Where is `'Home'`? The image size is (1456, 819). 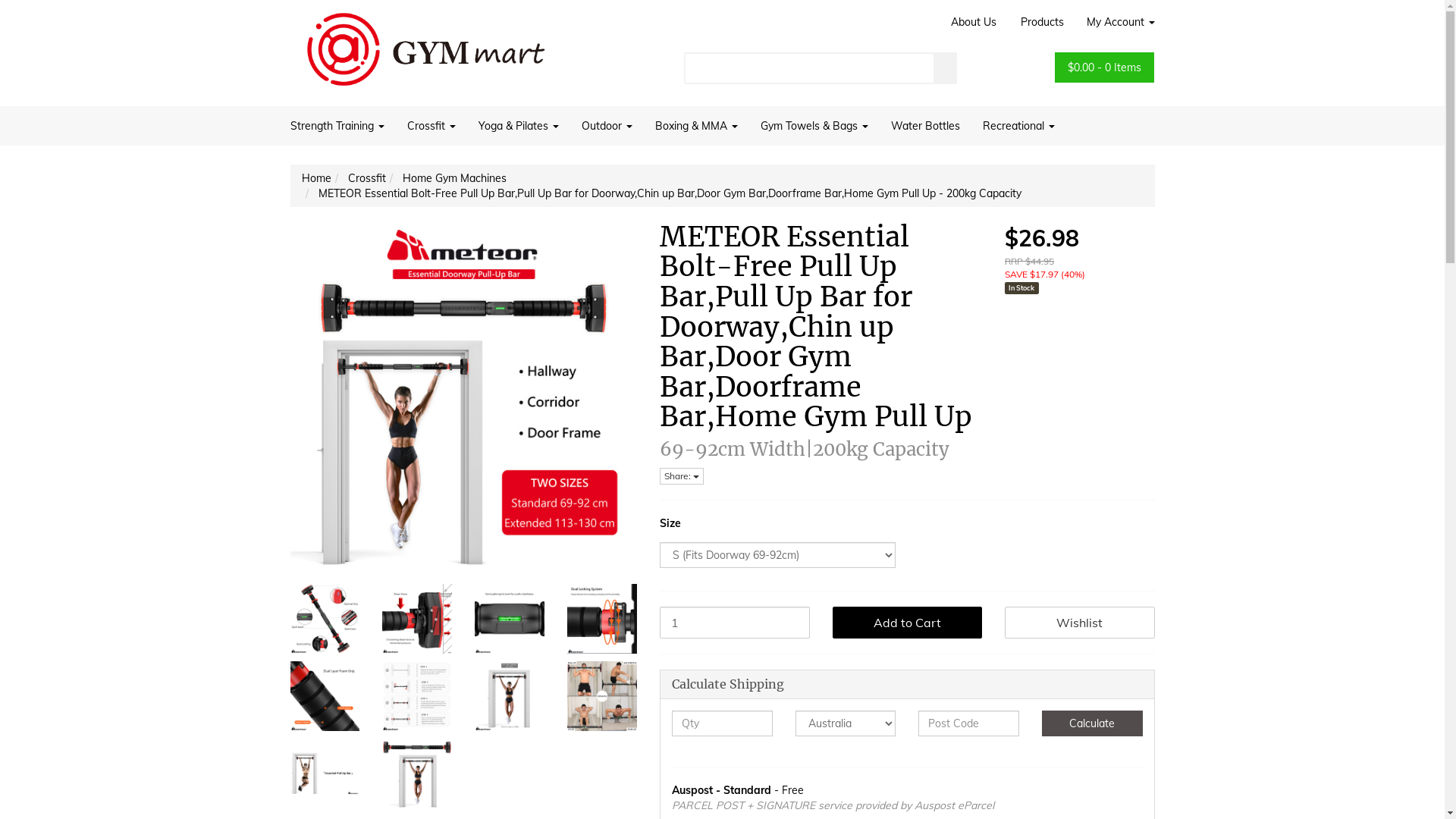 'Home' is located at coordinates (302, 177).